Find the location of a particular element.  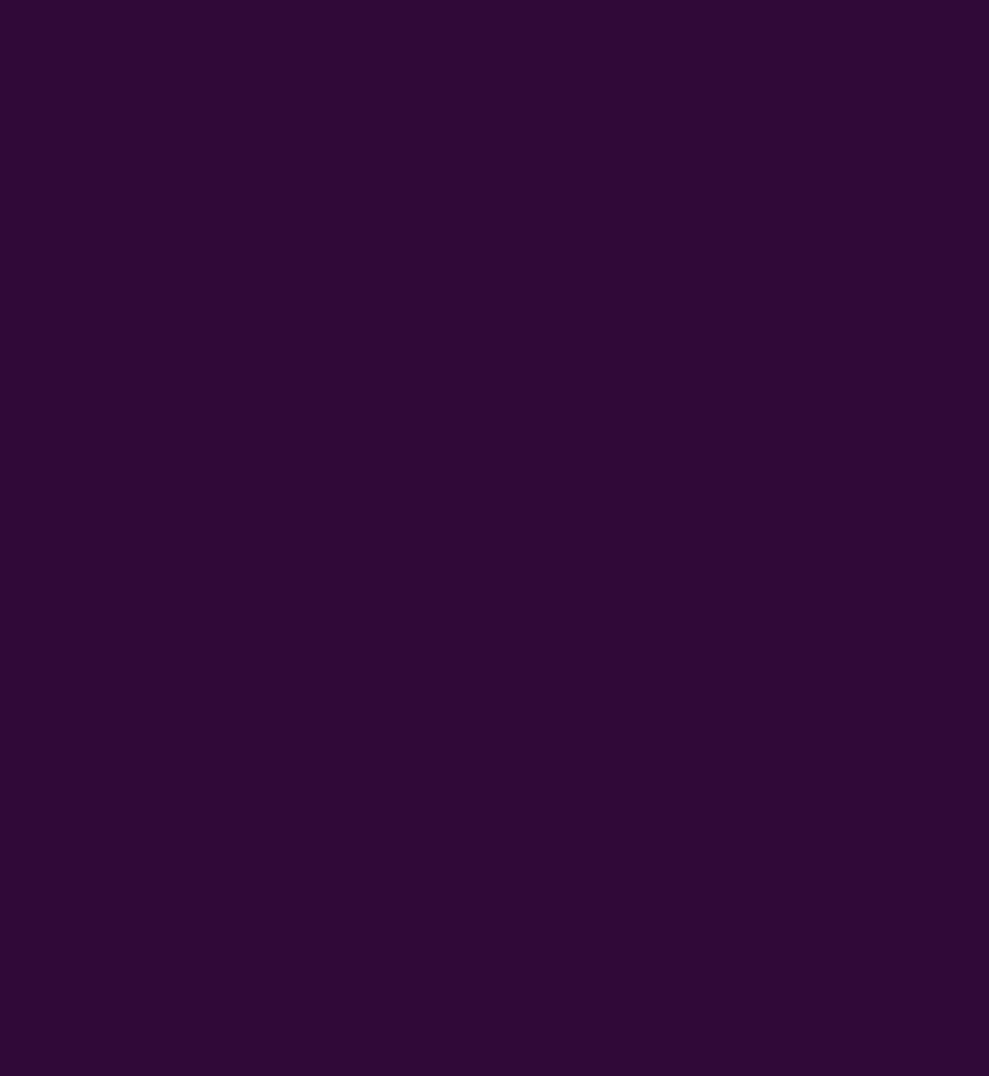

'https://www.jackpot.it' is located at coordinates (24, 963).